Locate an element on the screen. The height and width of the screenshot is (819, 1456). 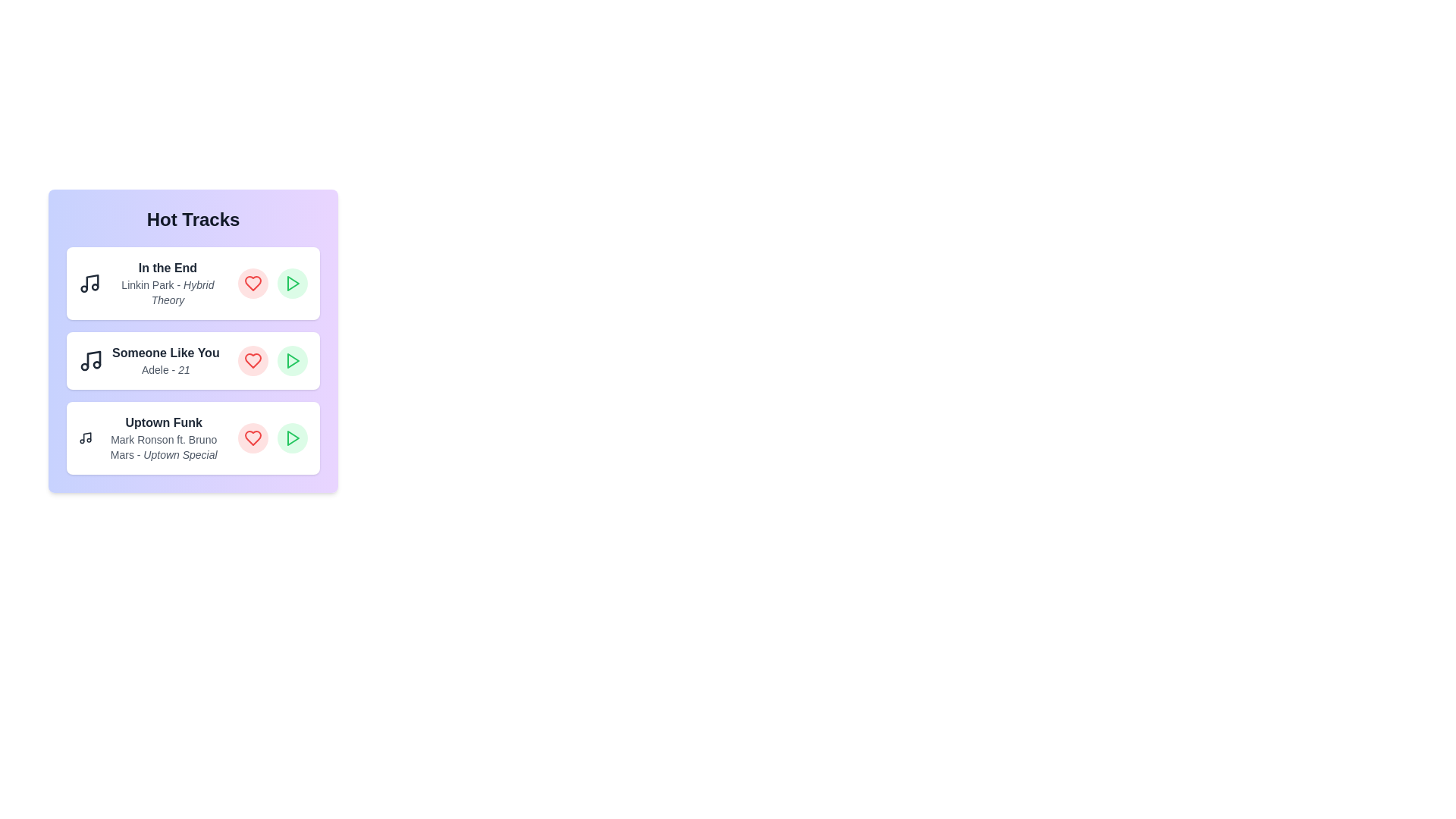
heart button for the track Someone Like You to mark it as liked is located at coordinates (253, 360).